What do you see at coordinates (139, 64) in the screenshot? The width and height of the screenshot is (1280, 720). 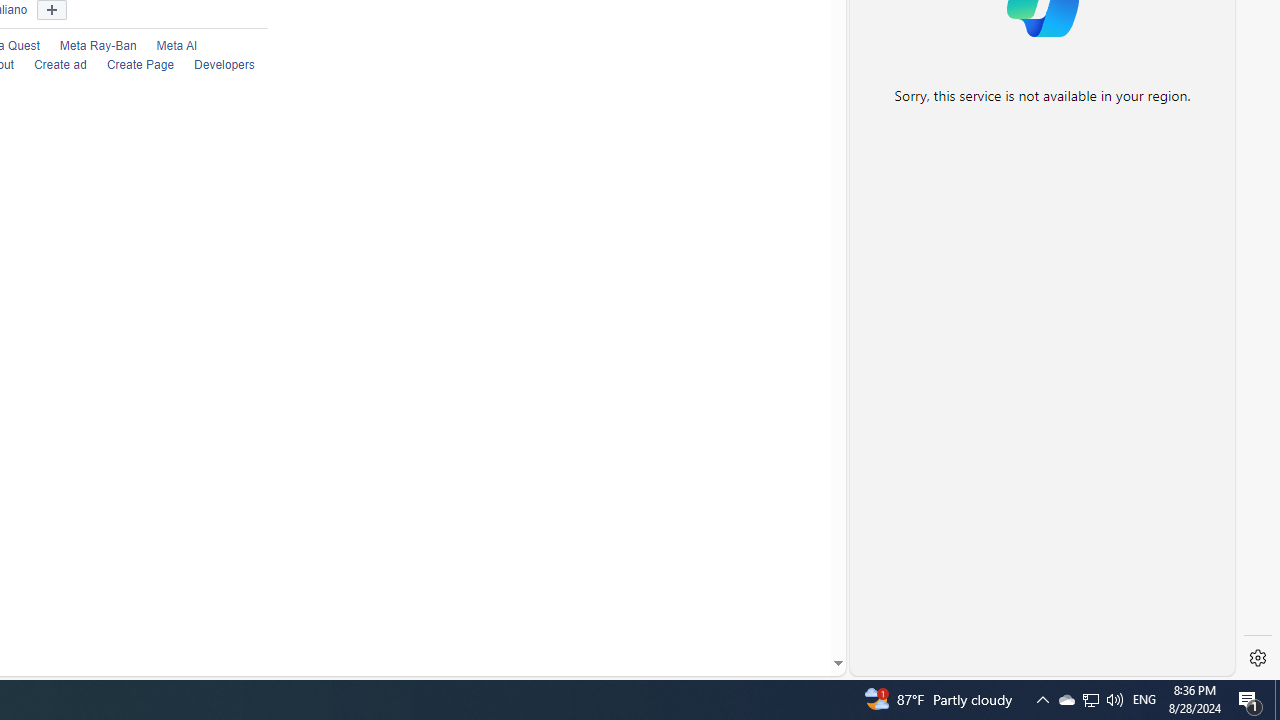 I see `'Create Page'` at bounding box center [139, 64].